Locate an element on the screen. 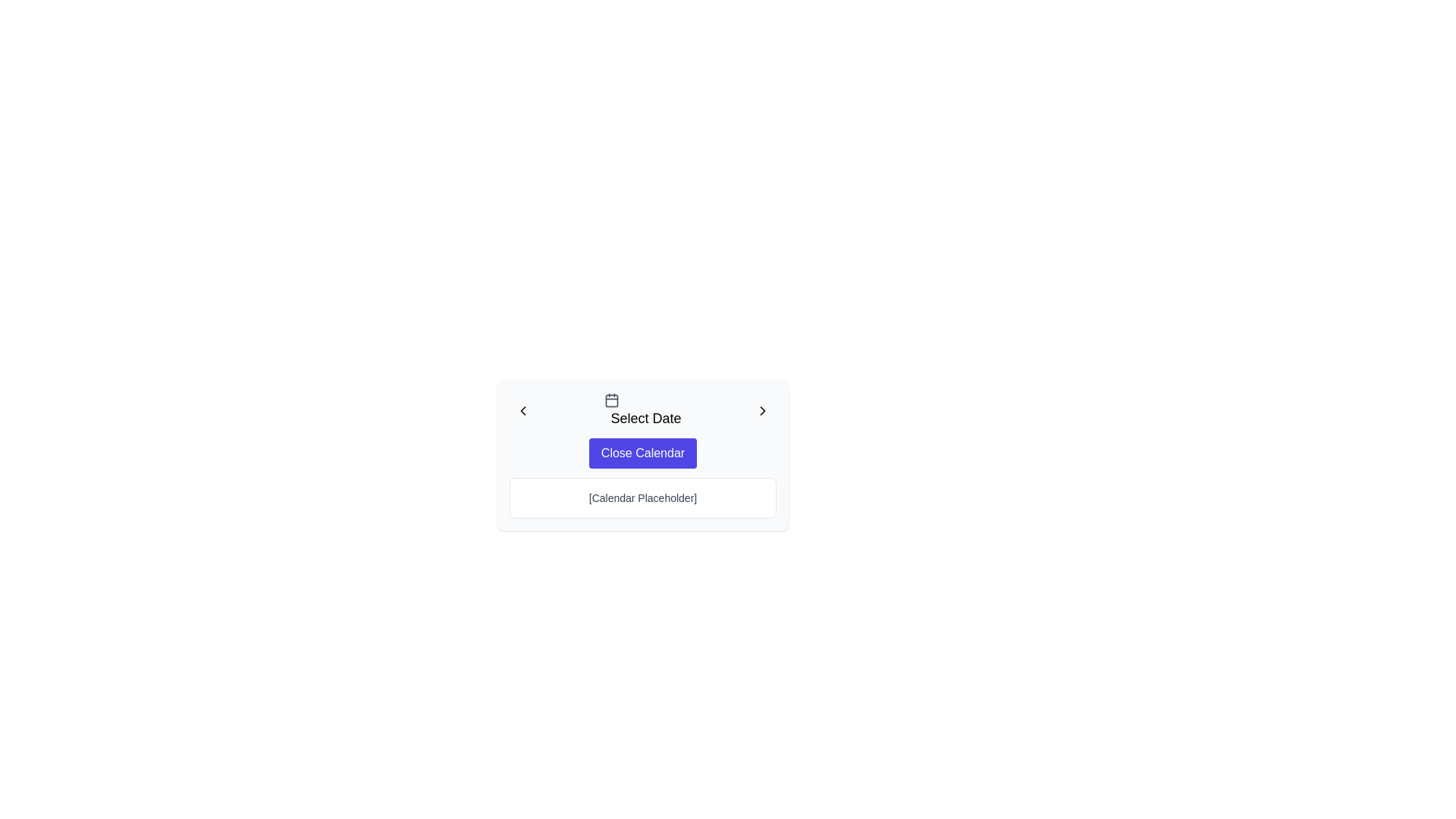  the interactive button on the far left of the 'Select Date' title is located at coordinates (523, 411).